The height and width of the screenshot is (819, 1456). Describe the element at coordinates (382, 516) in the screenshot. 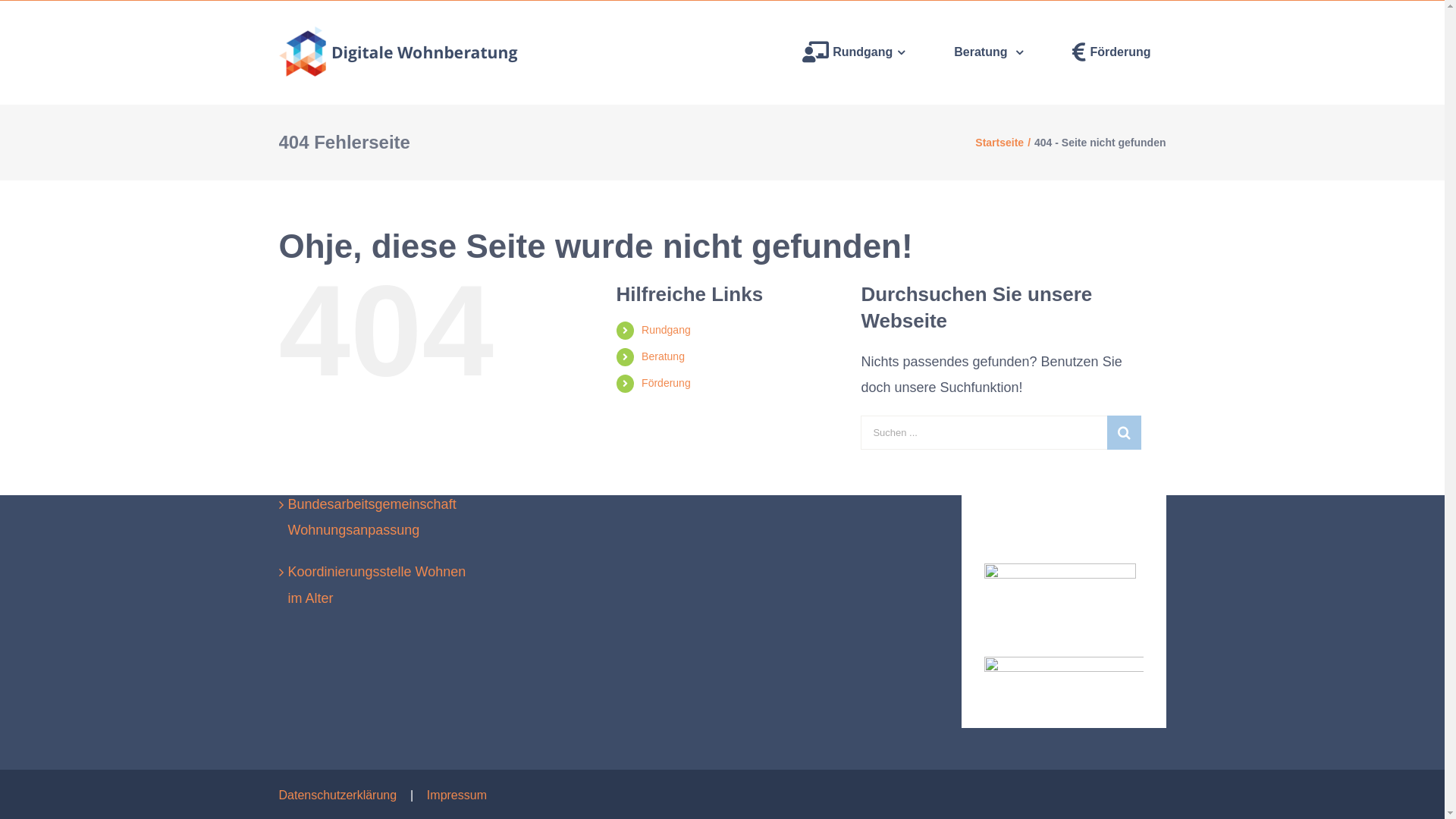

I see `'Bundesarbeitsgemeinschaft Wohnungsanpassung'` at that location.